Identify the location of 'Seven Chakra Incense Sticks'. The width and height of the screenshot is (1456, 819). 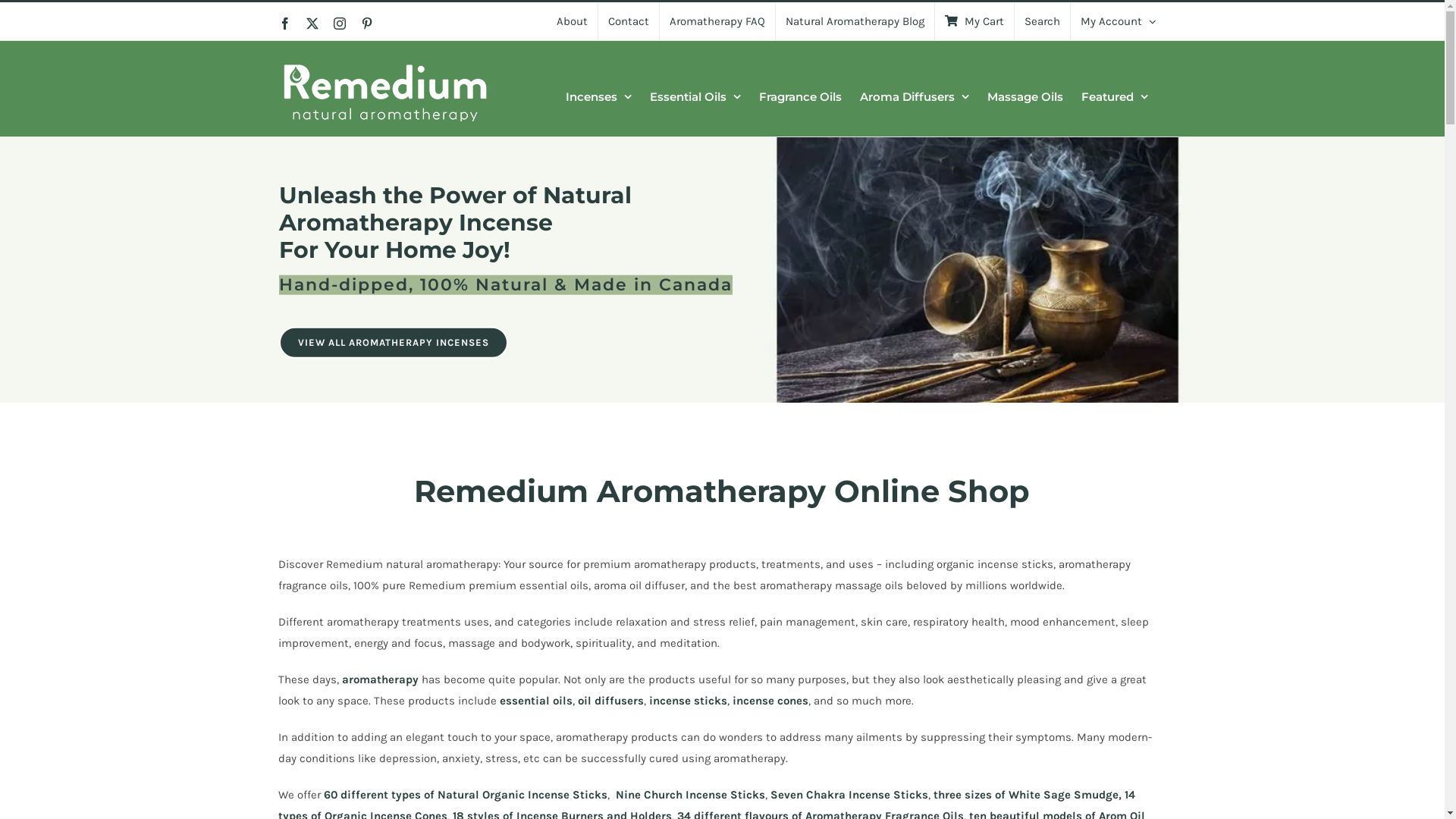
(848, 794).